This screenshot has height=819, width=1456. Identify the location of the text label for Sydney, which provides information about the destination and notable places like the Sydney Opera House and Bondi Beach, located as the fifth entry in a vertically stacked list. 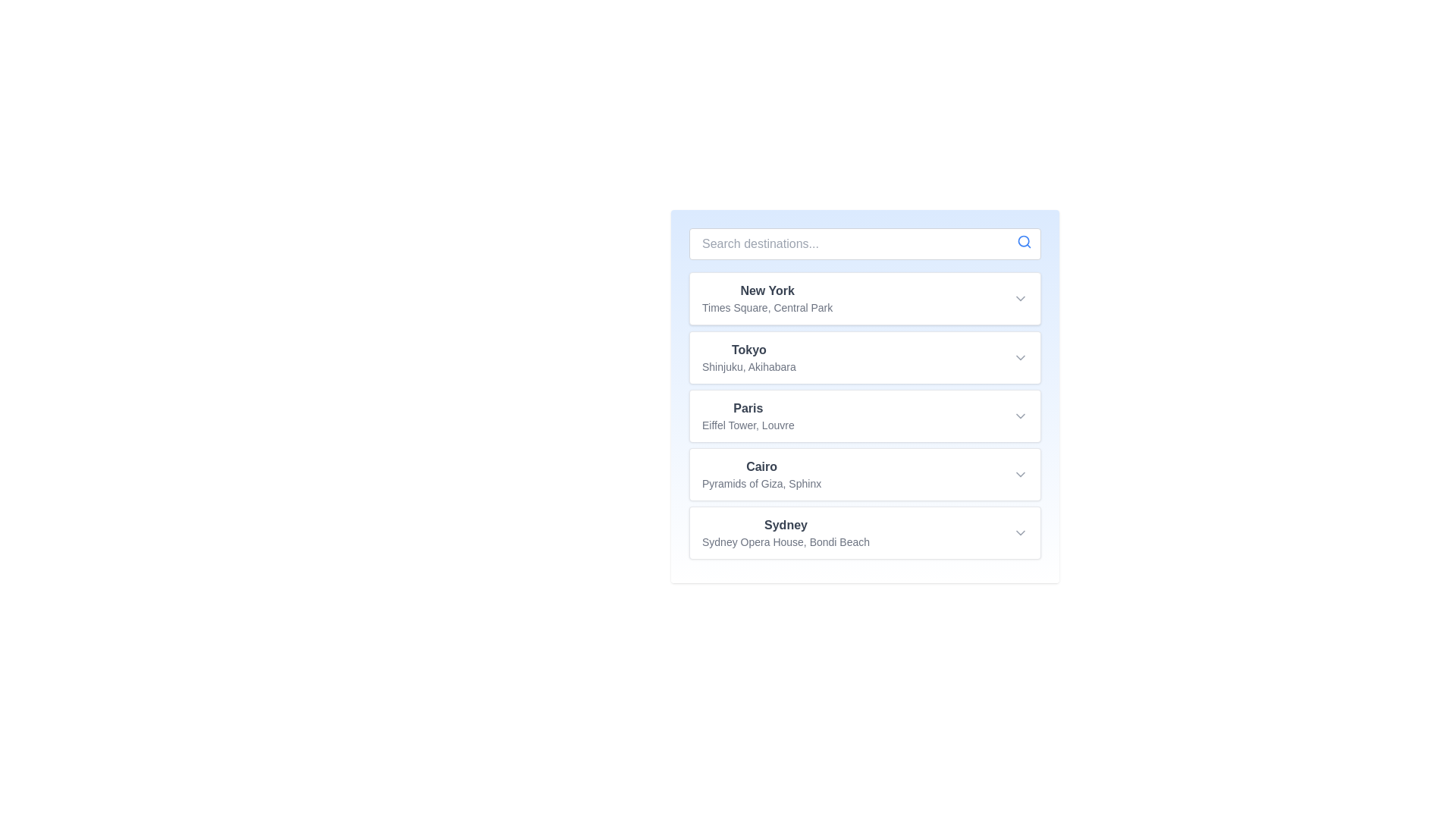
(786, 532).